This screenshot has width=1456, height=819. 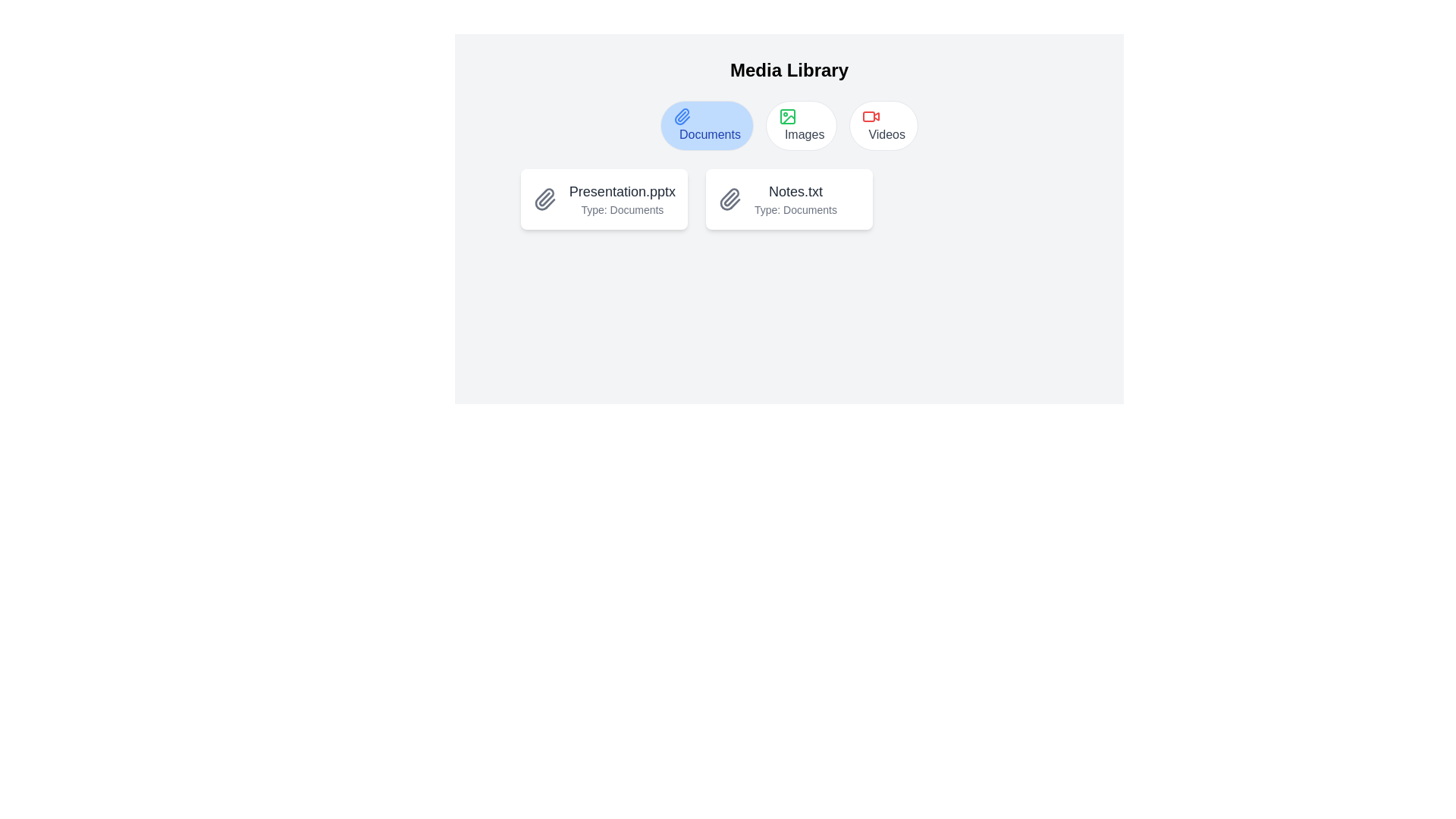 I want to click on the gray paperclip icon located on the left side of the 'Notes.txt' tile, which is part of the second rectangular card in the horizontal row, so click(x=730, y=198).